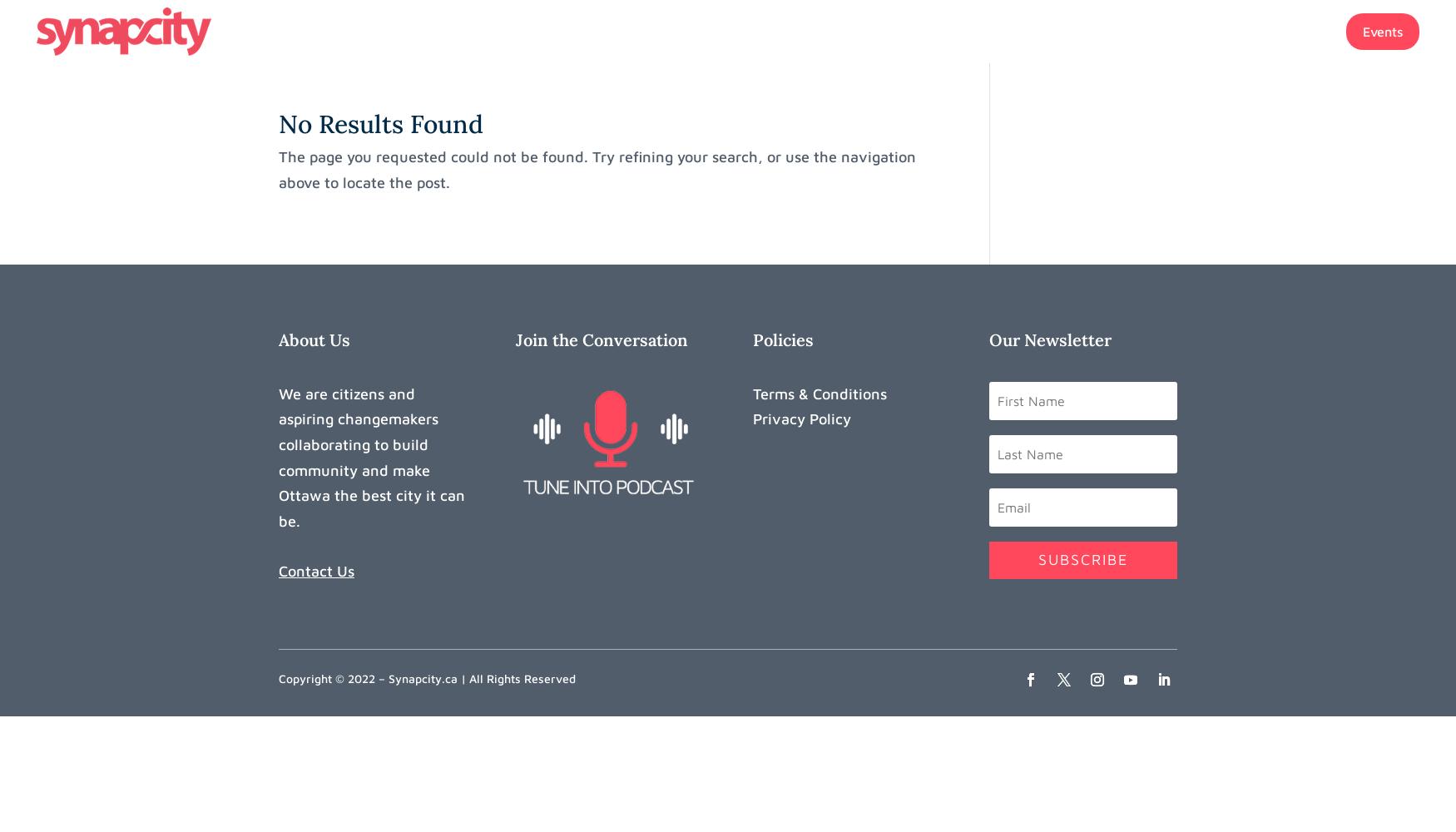  What do you see at coordinates (426, 676) in the screenshot?
I see `'Copyright © 2022 – Synapcity.ca | All Rights Reserved'` at bounding box center [426, 676].